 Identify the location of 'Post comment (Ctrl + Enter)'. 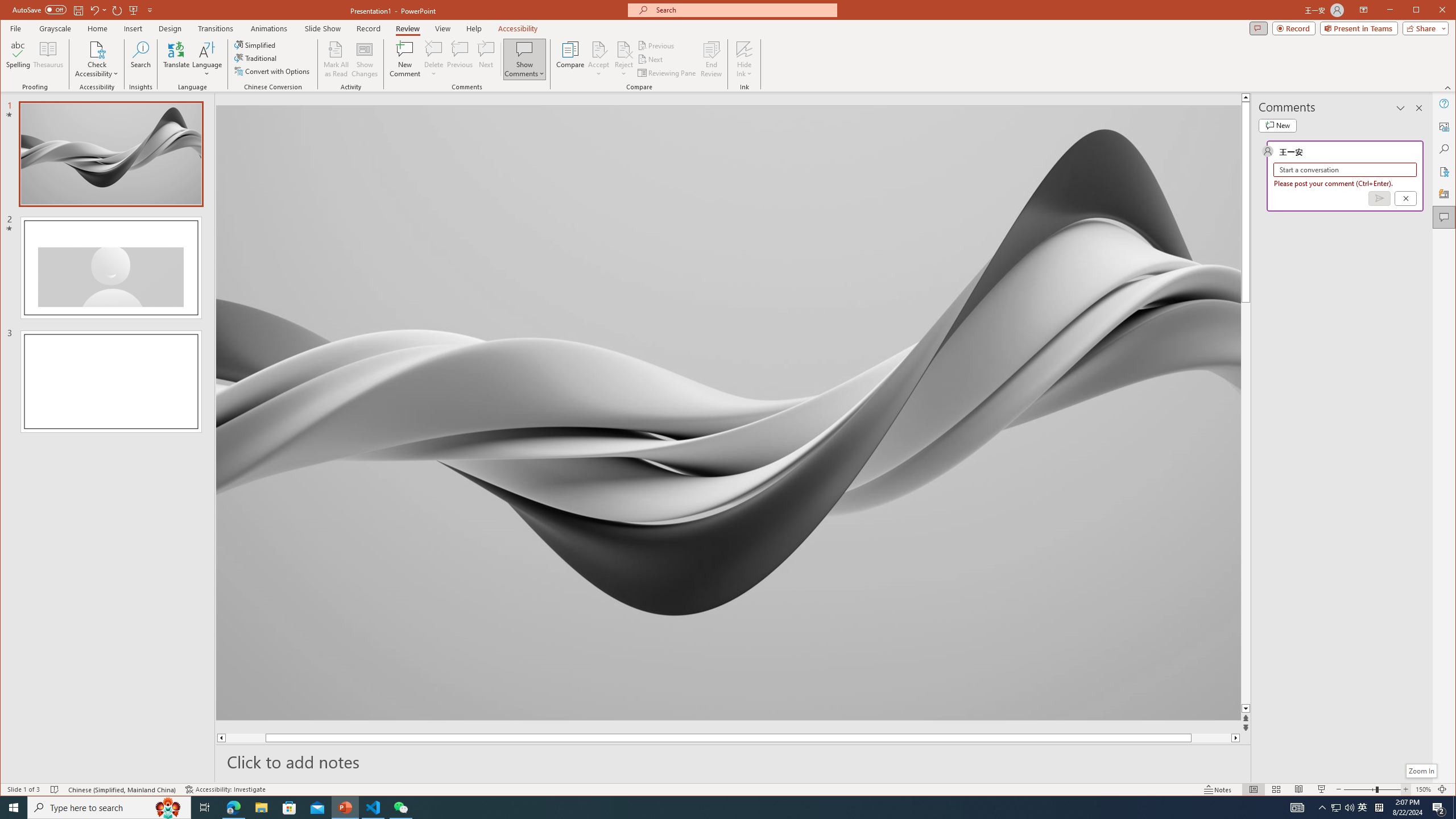
(1379, 198).